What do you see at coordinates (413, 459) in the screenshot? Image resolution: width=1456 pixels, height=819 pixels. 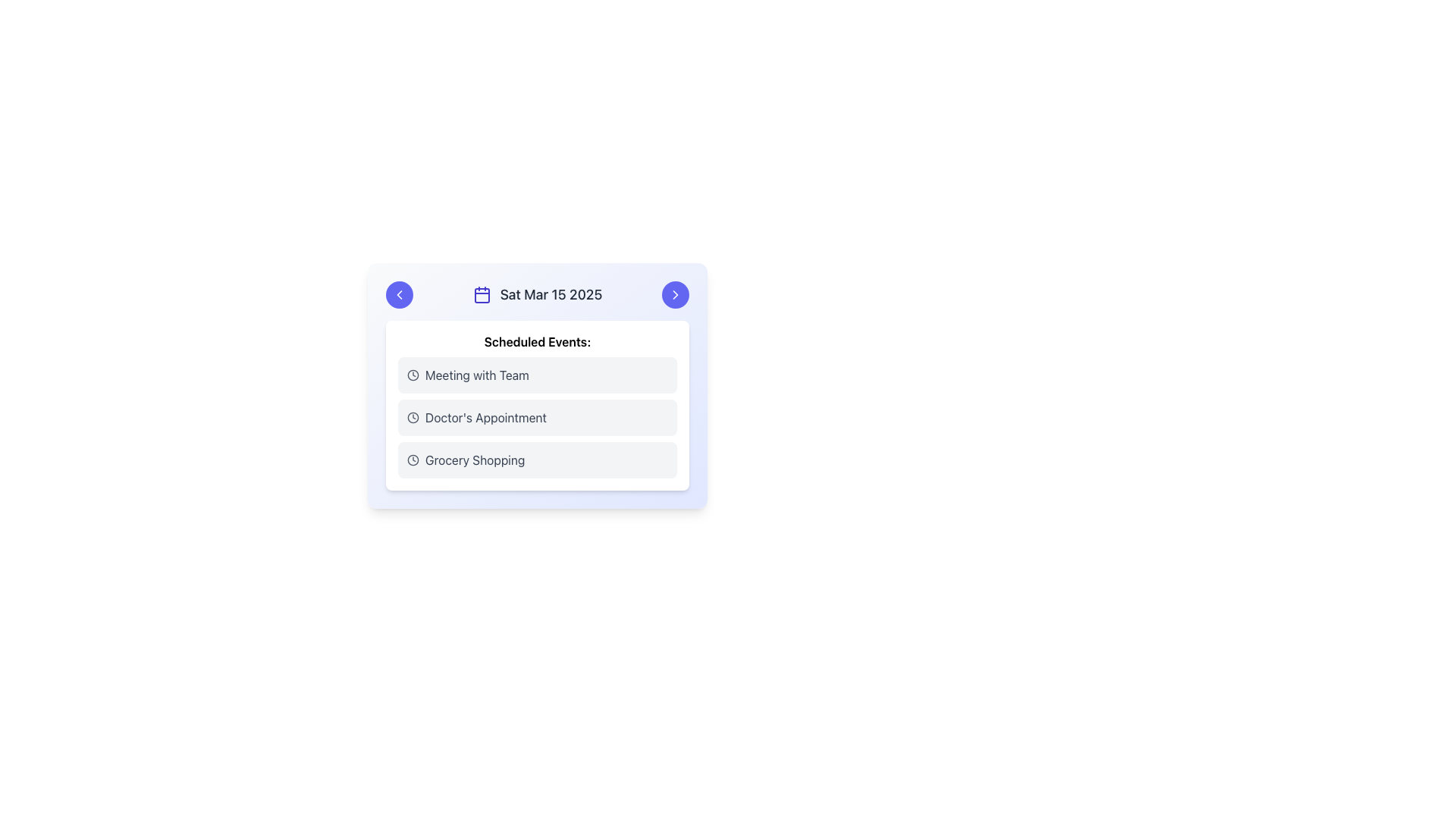 I see `the circular graphical vector shape with a black outline, which is part of the clock-themed icon located in the top middle section of the scheduled events card next to the date 'Sat Mar 15 2025'` at bounding box center [413, 459].